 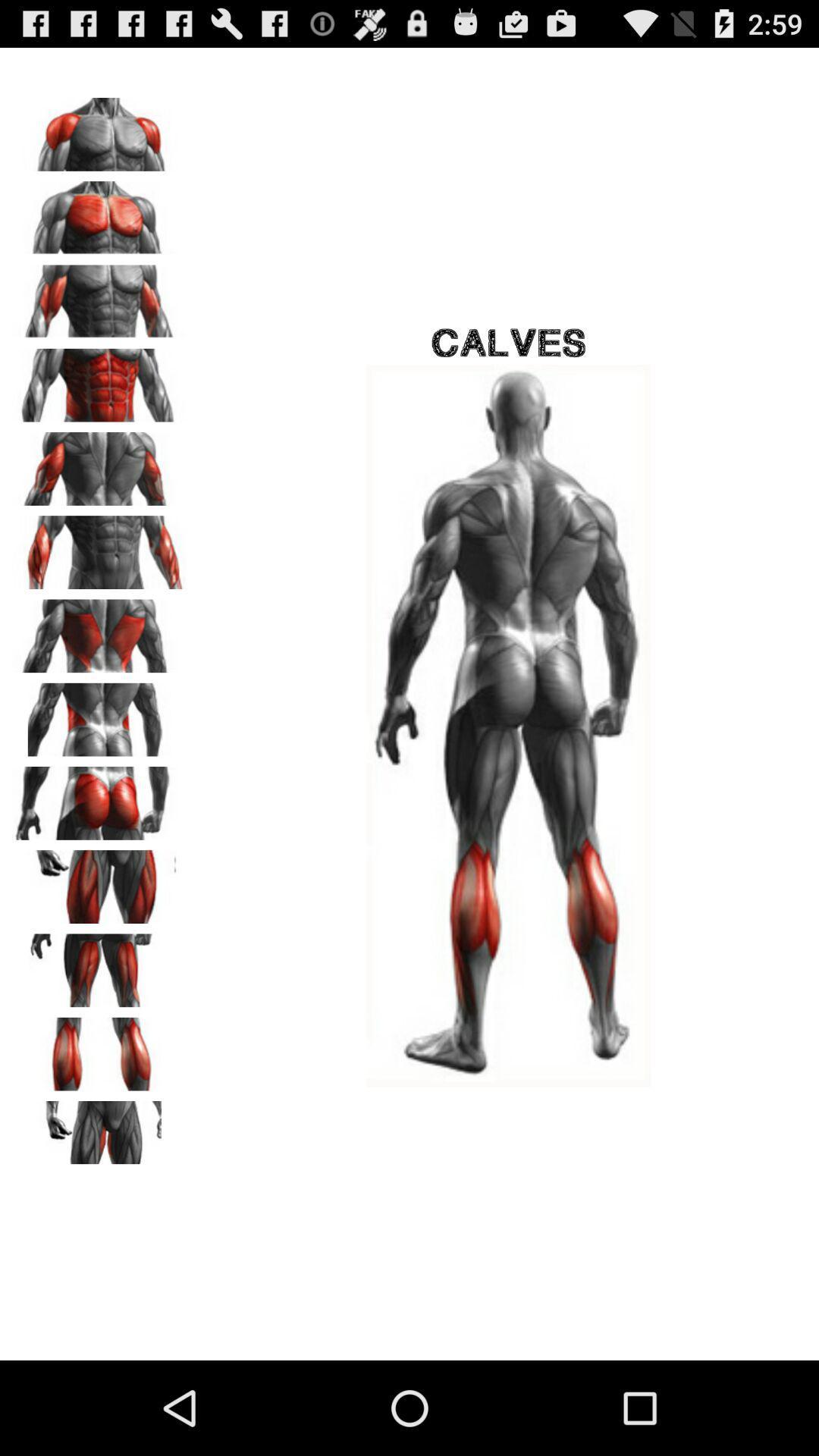 What do you see at coordinates (99, 965) in the screenshot?
I see `hamstring muscles in back of the leg` at bounding box center [99, 965].